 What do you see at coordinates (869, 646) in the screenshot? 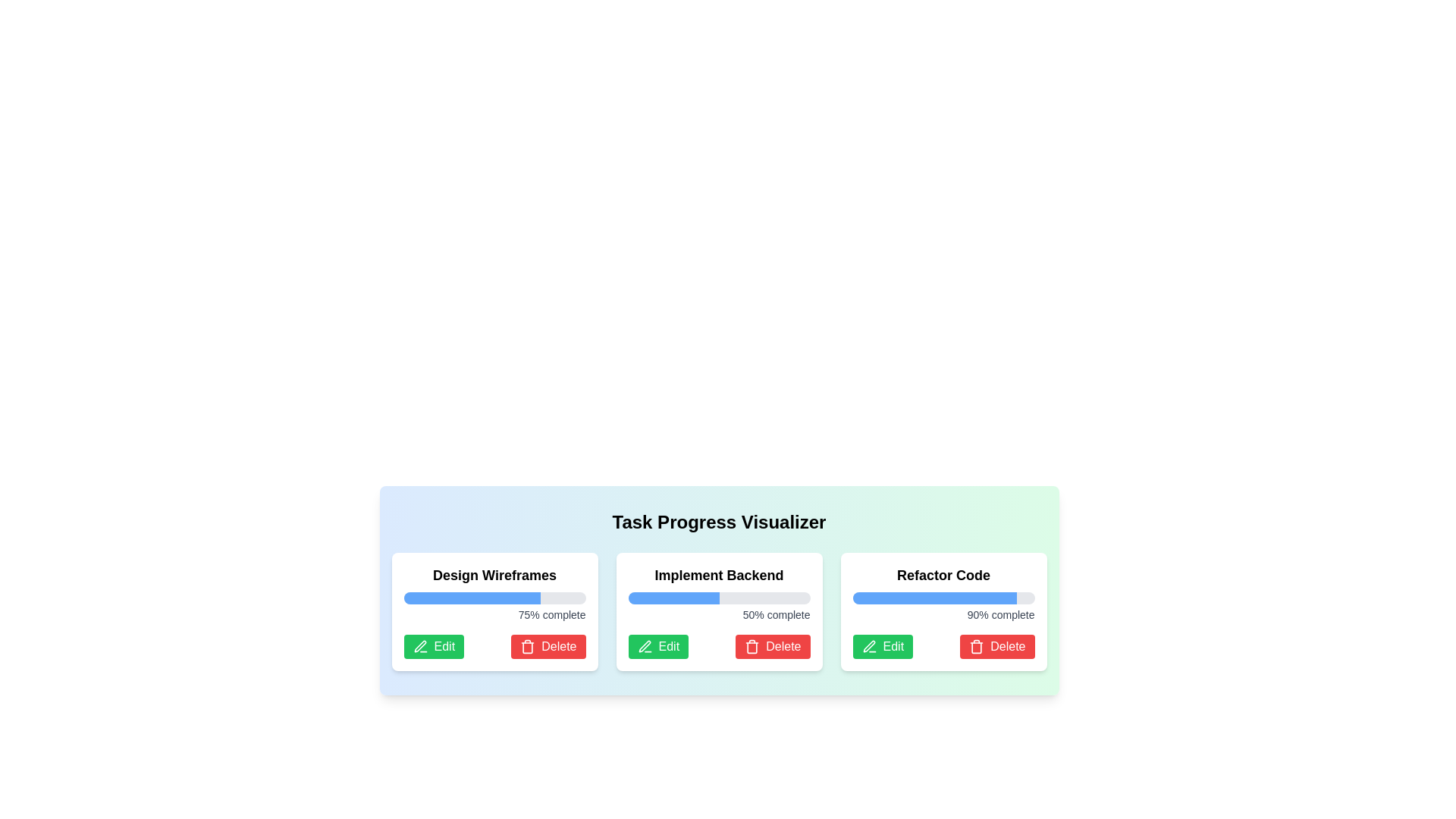
I see `the small green pen icon embedded within the green 'Edit' button on the last card titled 'Refactor Code'` at bounding box center [869, 646].